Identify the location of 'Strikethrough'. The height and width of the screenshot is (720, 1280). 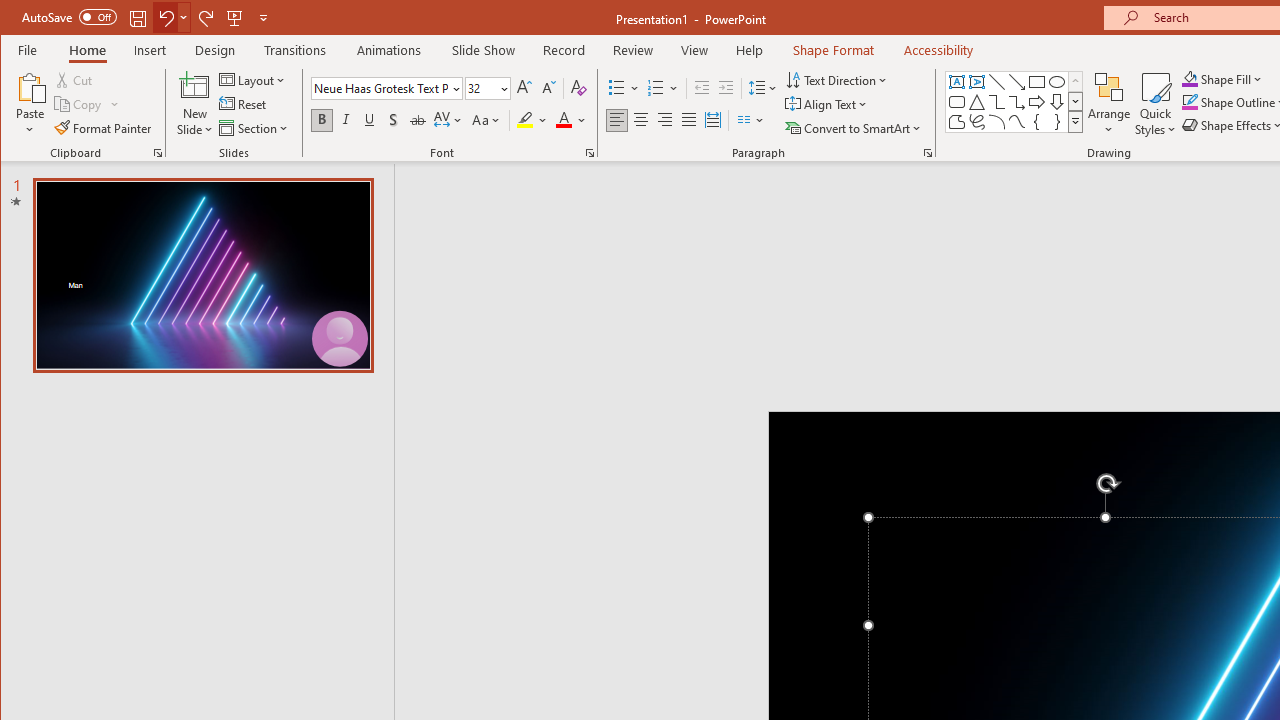
(416, 120).